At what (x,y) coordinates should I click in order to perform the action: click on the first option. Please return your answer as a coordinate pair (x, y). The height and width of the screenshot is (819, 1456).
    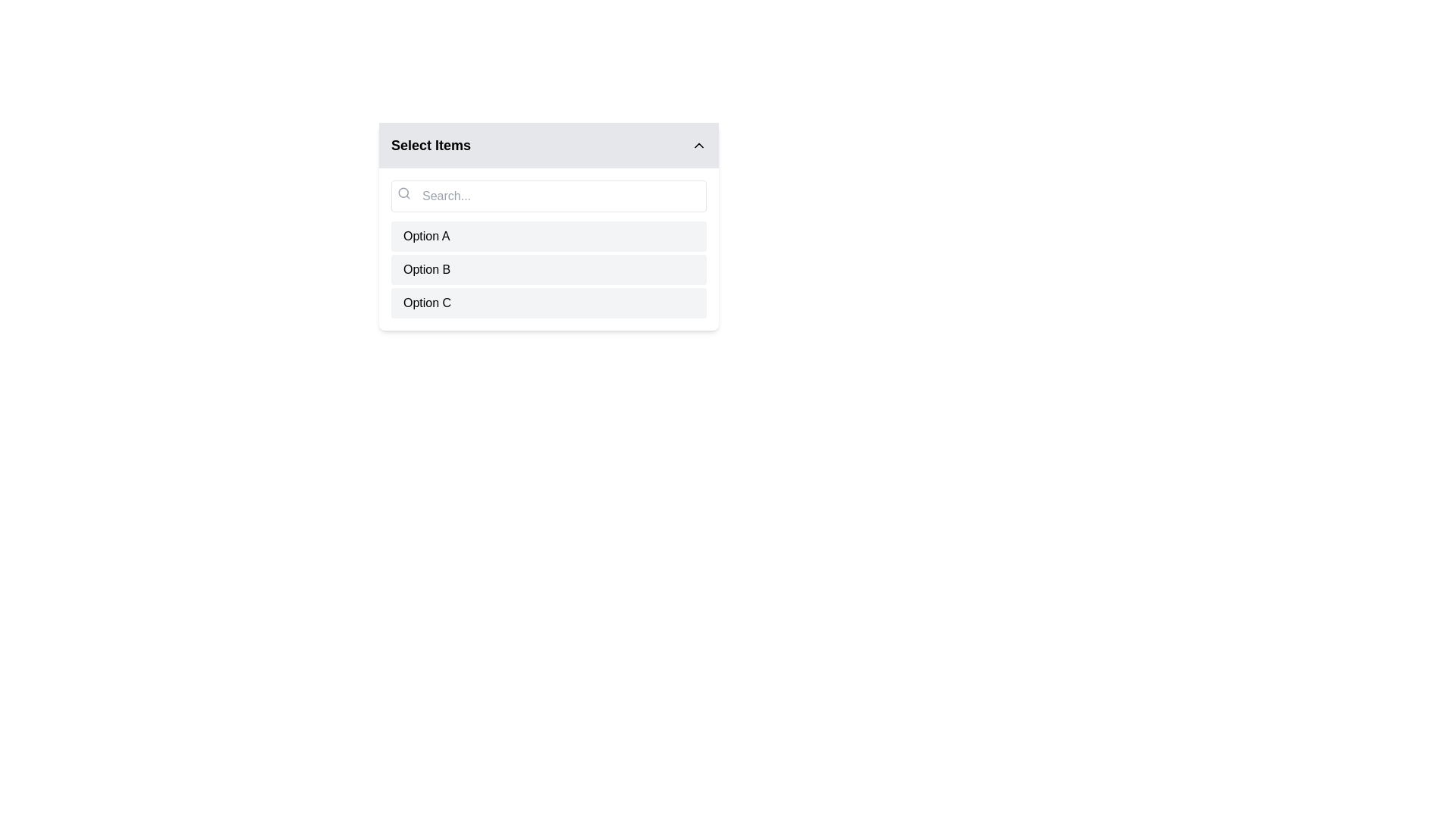
    Looking at the image, I should click on (548, 237).